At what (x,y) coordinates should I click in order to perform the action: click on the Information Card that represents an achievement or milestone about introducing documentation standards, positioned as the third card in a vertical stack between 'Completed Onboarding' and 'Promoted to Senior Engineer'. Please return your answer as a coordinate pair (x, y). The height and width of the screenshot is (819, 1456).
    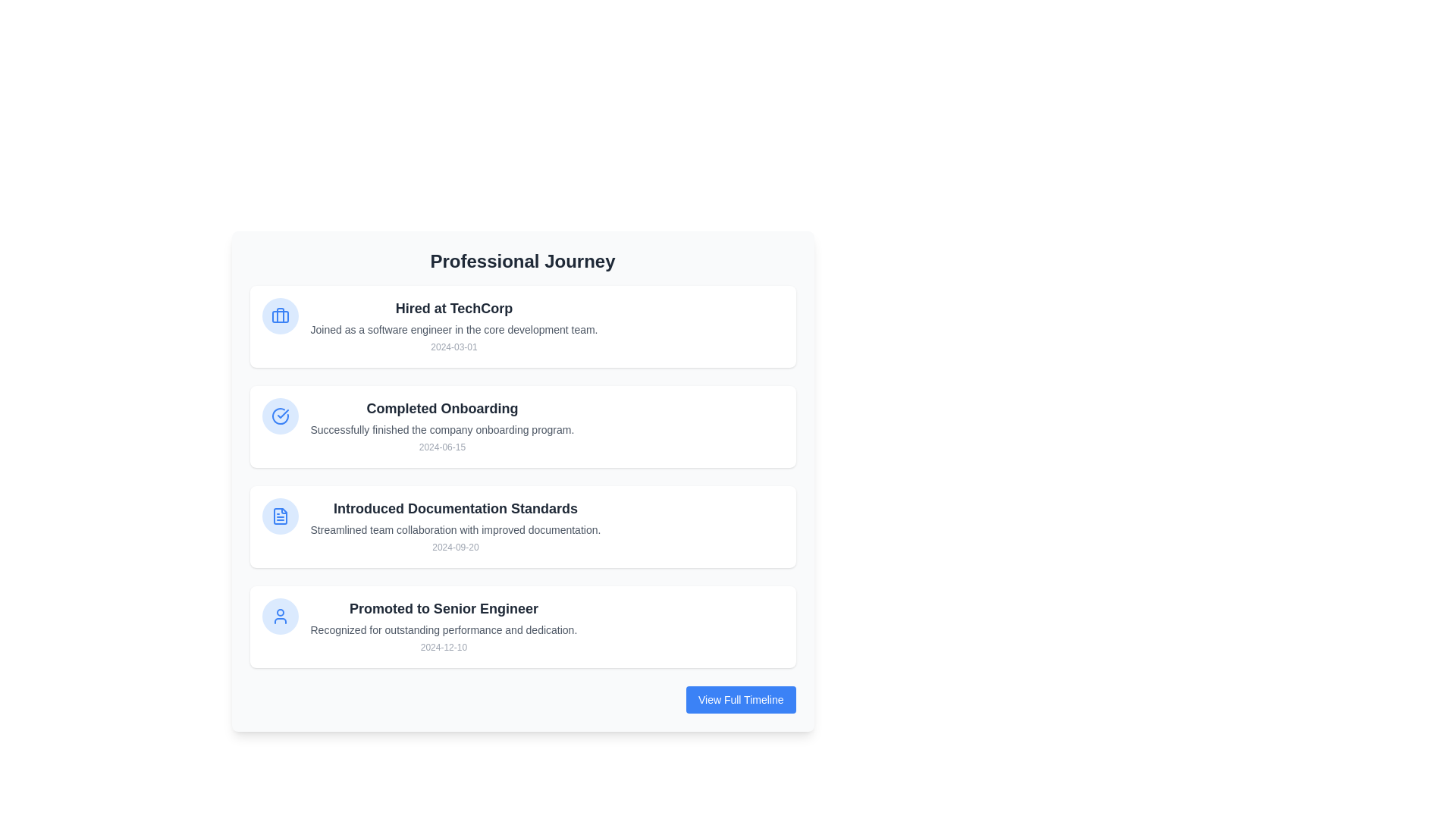
    Looking at the image, I should click on (522, 526).